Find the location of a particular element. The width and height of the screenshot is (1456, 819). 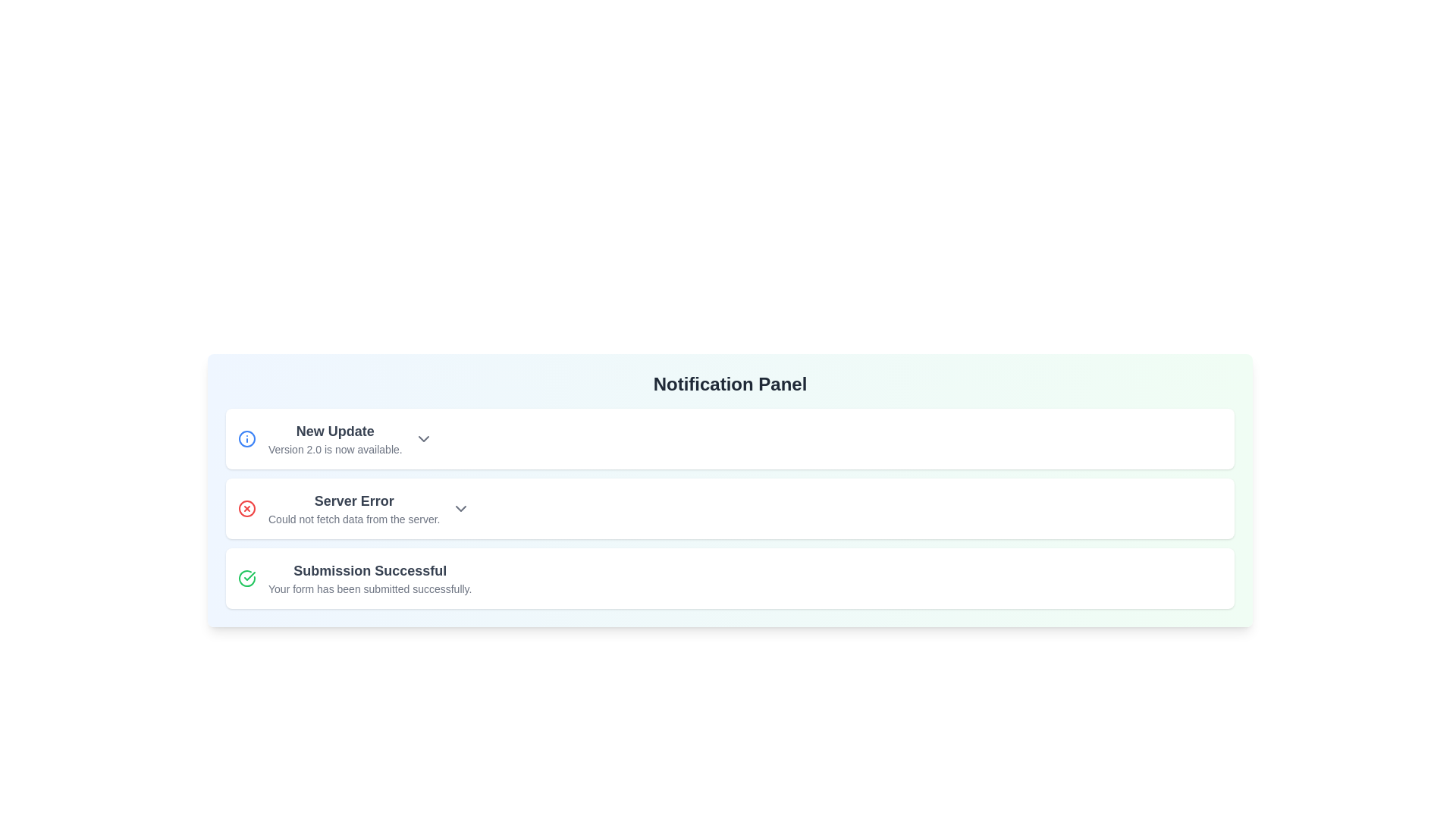

the checkmark vector graphic within the 'Submission Successful' notification is located at coordinates (249, 576).